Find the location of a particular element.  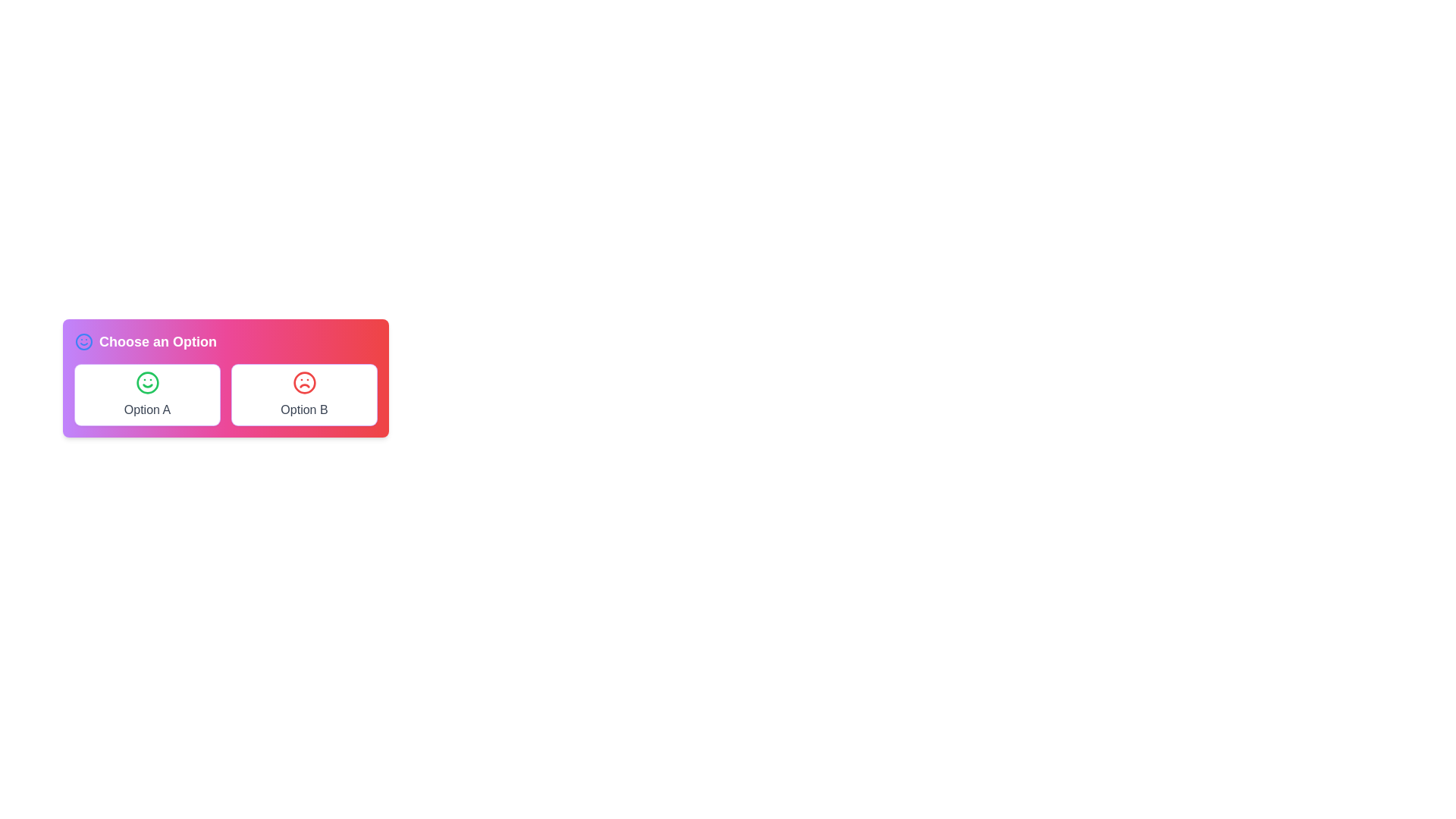

the text label indicating the first selectable option in a two-choice interface, located on the left side beneath a green smiley face icon is located at coordinates (147, 409).